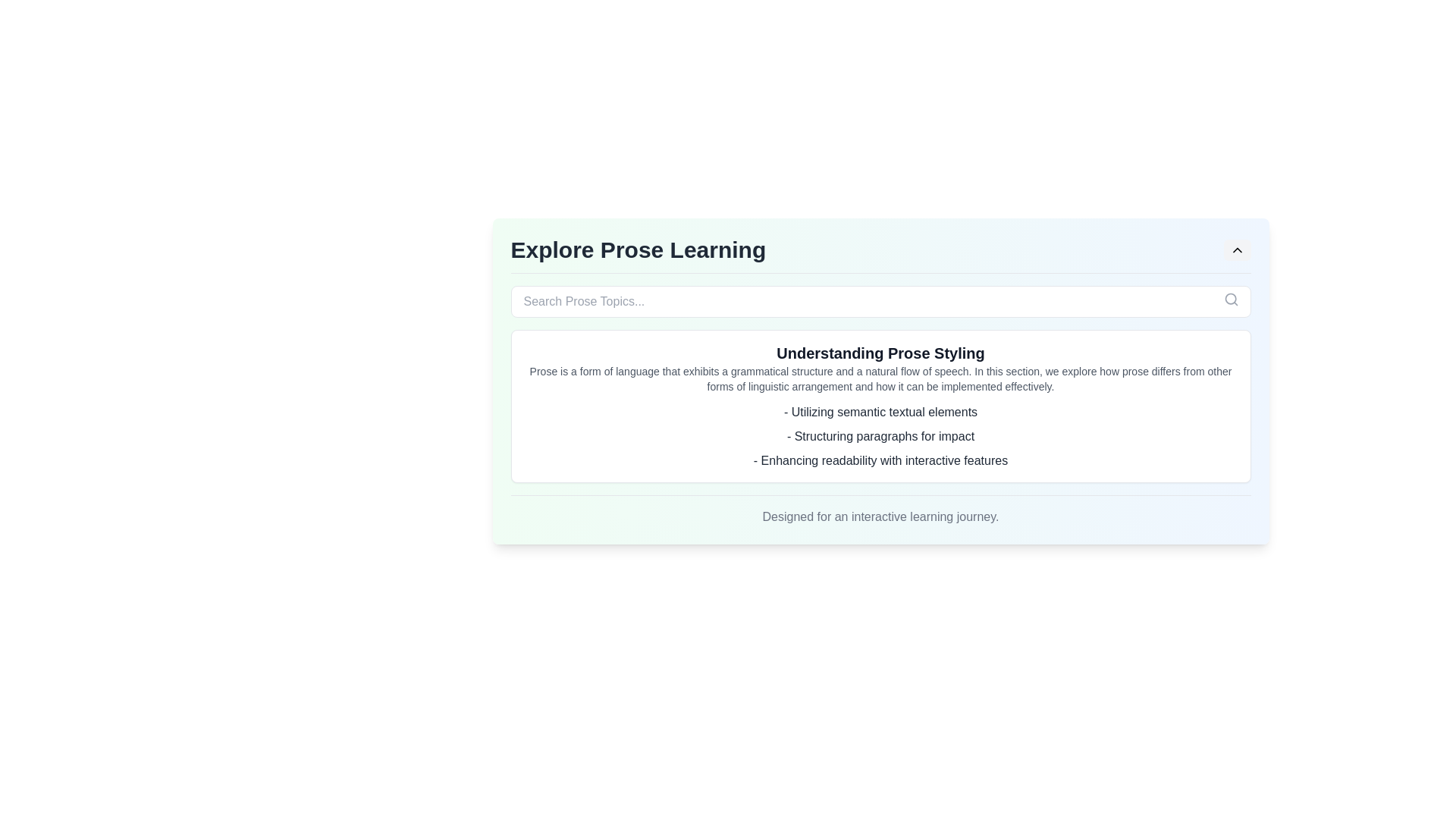 The height and width of the screenshot is (819, 1456). I want to click on the bold black Header text 'Understanding Prose Styling' displayed at the top of the white card component, so click(880, 353).